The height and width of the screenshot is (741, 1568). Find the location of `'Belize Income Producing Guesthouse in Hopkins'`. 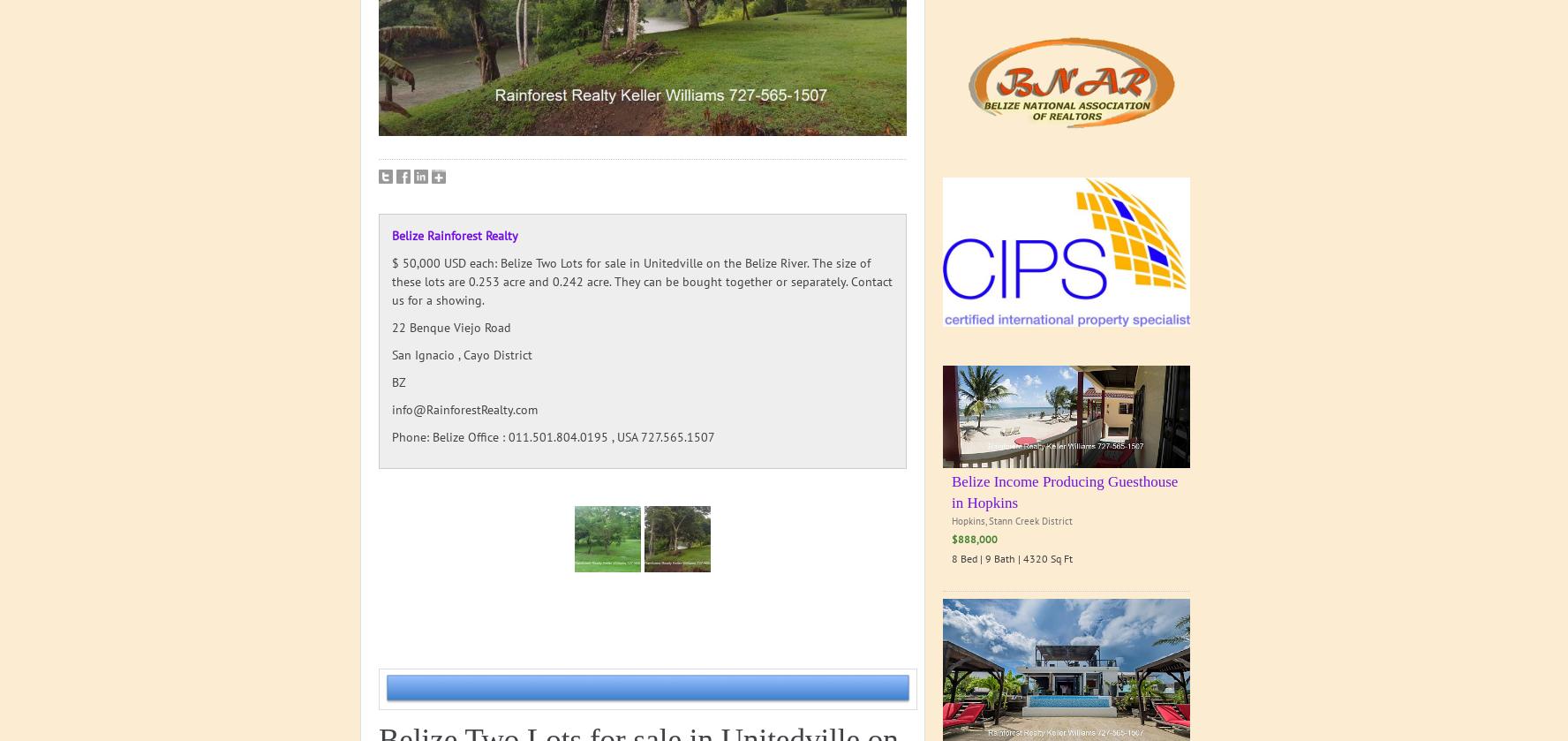

'Belize Income Producing Guesthouse in Hopkins' is located at coordinates (951, 490).